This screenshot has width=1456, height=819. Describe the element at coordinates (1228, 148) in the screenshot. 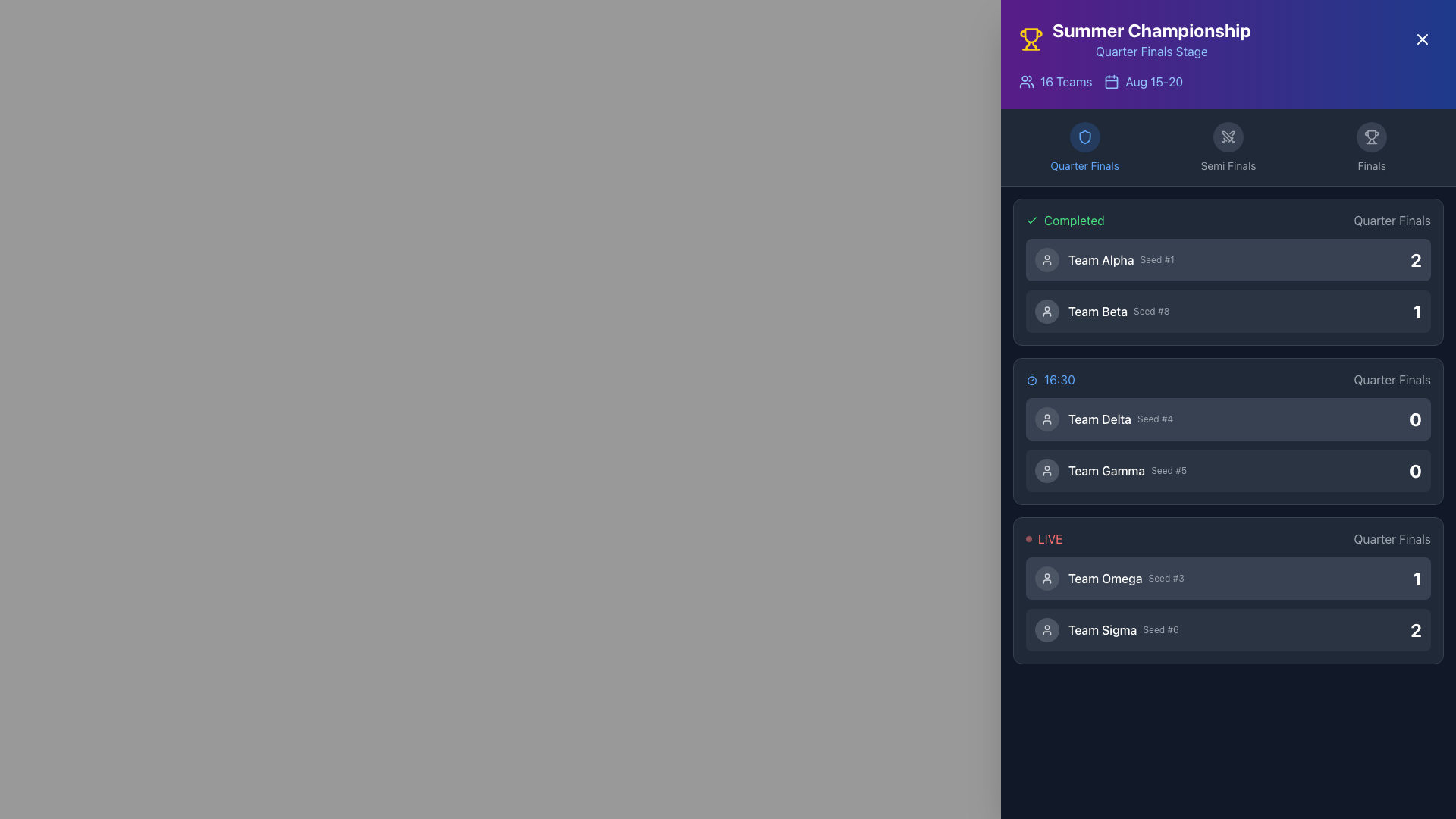

I see `the circular icon with a crossed swords symbol in the Navigation button labeled 'Semi Finals'` at that location.